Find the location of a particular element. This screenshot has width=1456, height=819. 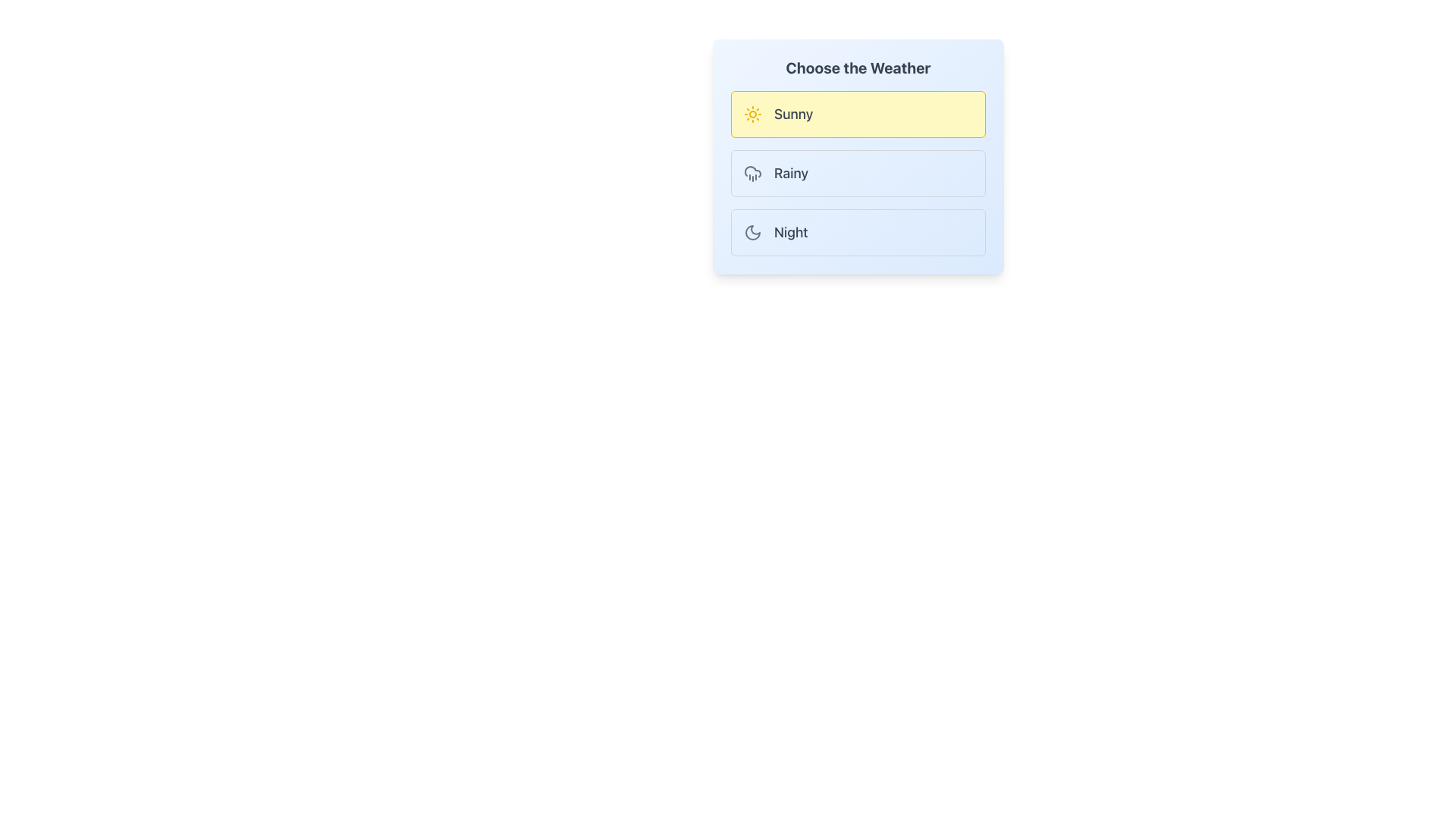

the 'Night' option button located under the 'Choose the Weather' group is located at coordinates (858, 233).